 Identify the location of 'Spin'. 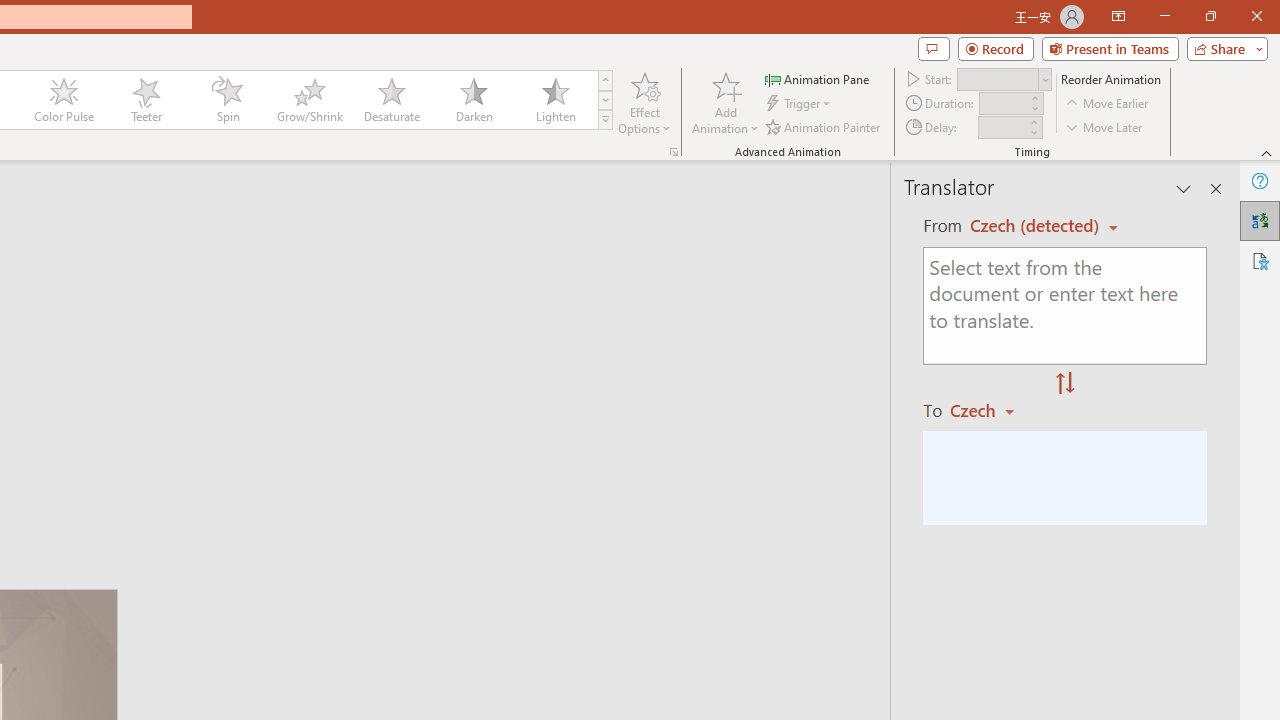
(227, 100).